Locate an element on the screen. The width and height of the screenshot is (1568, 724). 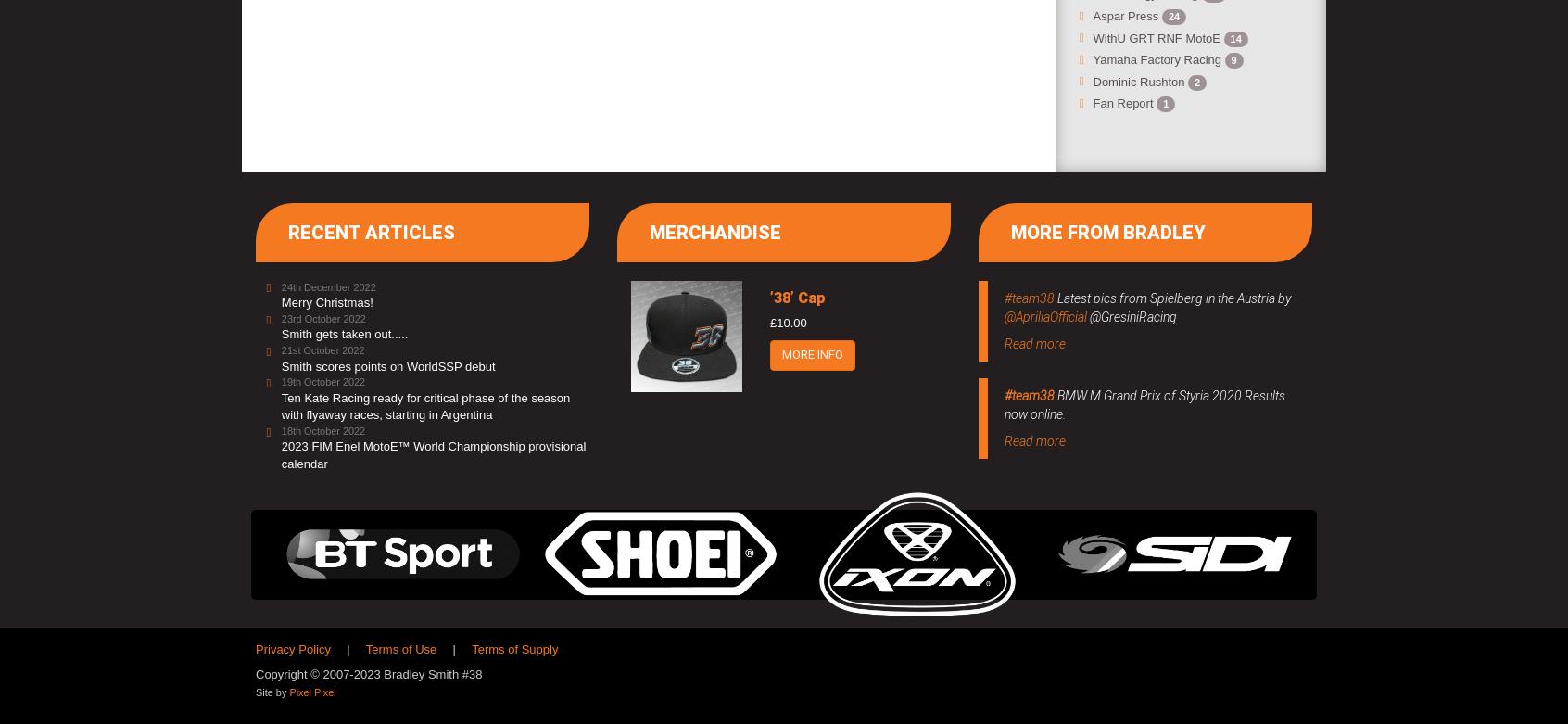
'Dominic Rushton' is located at coordinates (1140, 81).